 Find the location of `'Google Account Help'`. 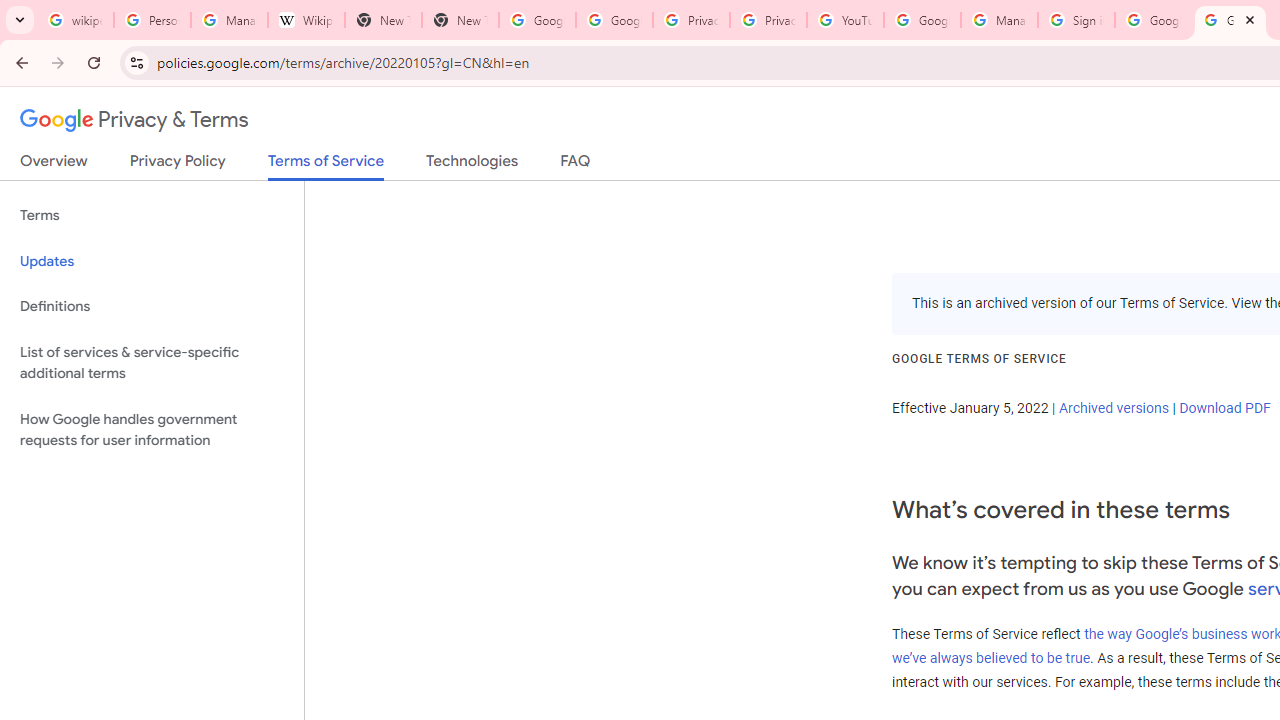

'Google Account Help' is located at coordinates (921, 20).